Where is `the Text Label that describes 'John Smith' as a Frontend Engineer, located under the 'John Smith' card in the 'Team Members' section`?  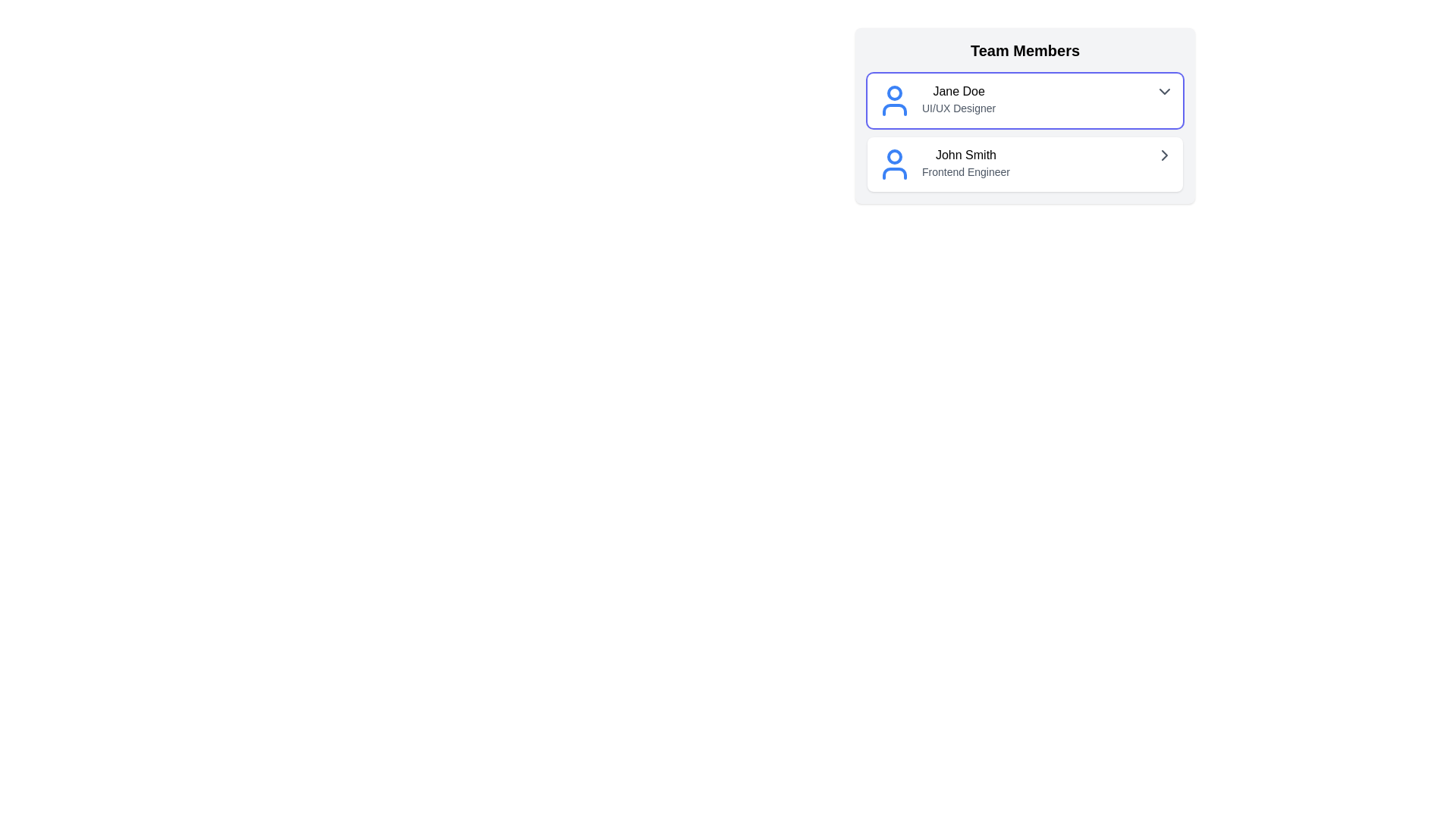 the Text Label that describes 'John Smith' as a Frontend Engineer, located under the 'John Smith' card in the 'Team Members' section is located at coordinates (965, 171).